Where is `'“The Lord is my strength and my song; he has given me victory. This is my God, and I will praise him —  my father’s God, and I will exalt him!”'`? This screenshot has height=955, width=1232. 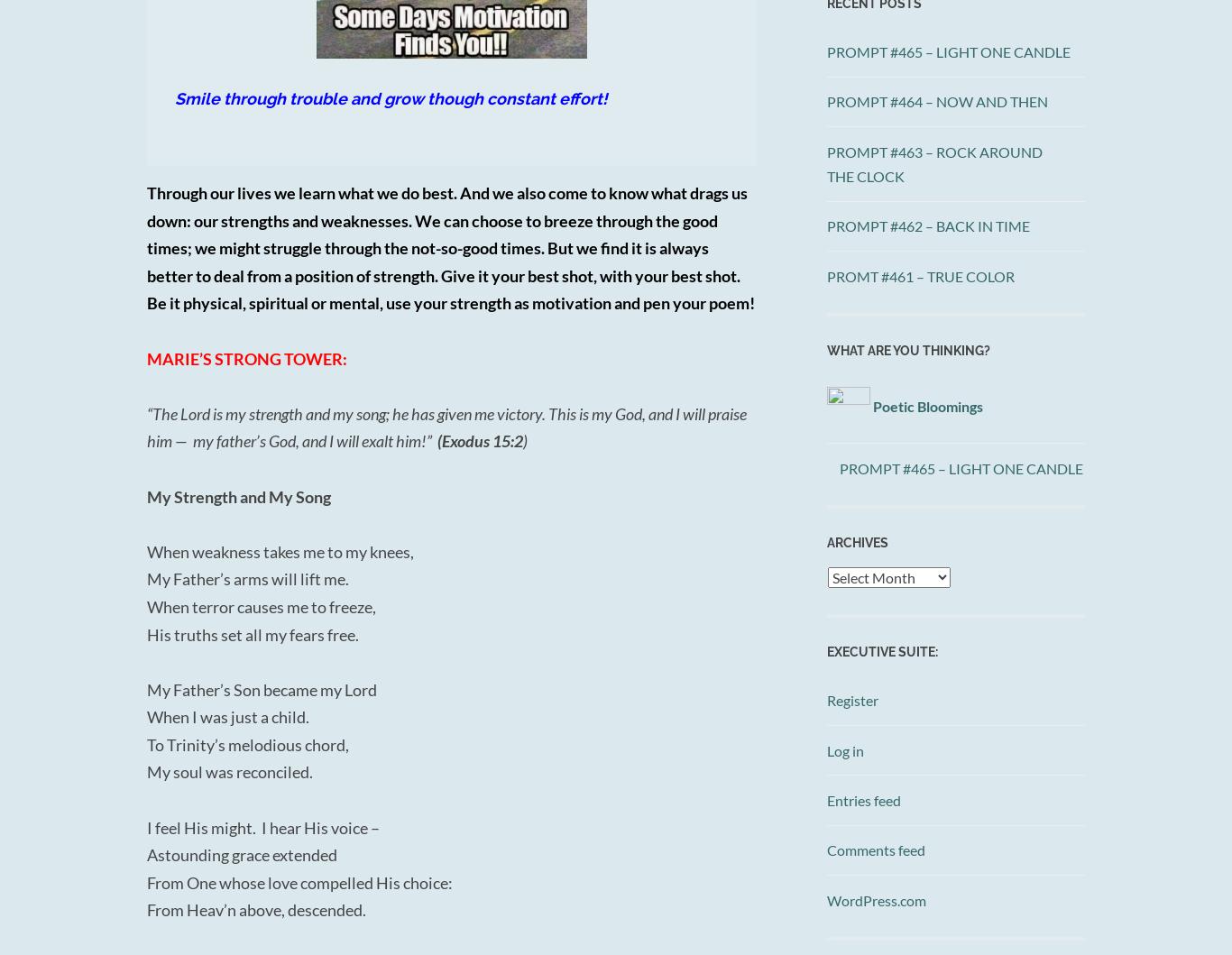 '“The Lord is my strength and my song; he has given me victory. This is my God, and I will praise him —  my father’s God, and I will exalt him!”' is located at coordinates (145, 427).